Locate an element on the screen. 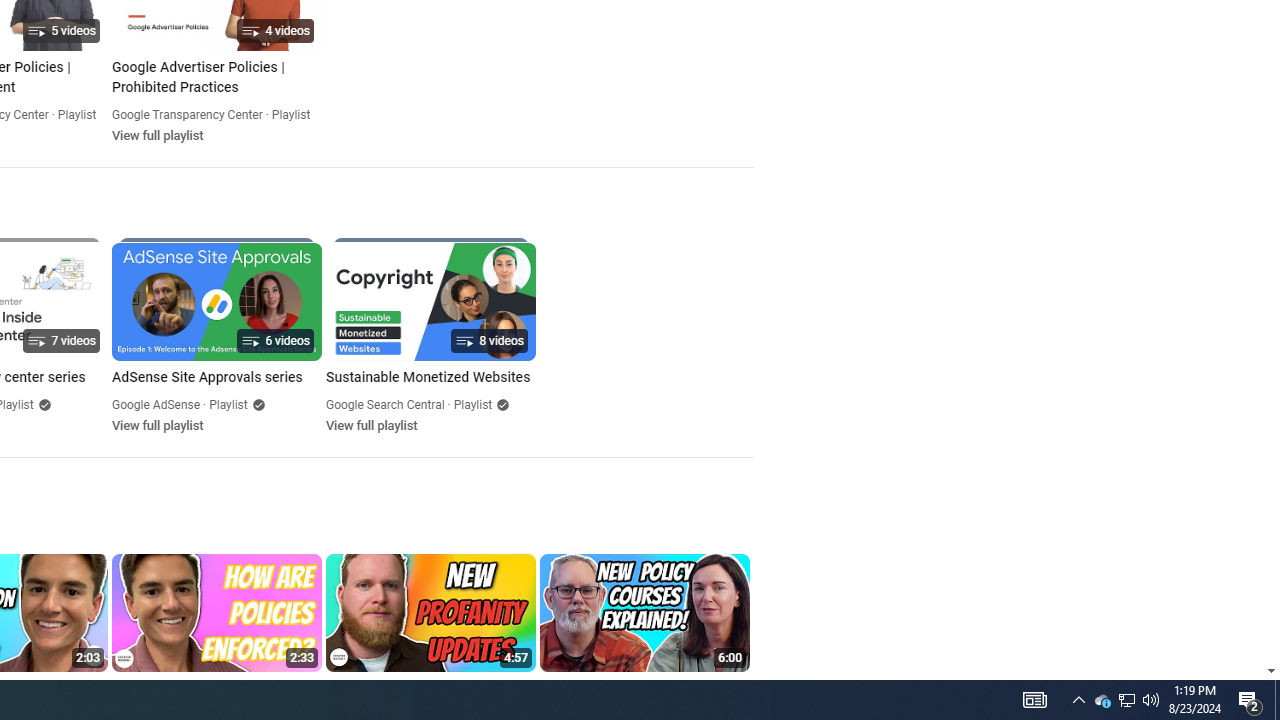 The width and height of the screenshot is (1280, 720). 'AdSense Site Approvals series' is located at coordinates (216, 378).